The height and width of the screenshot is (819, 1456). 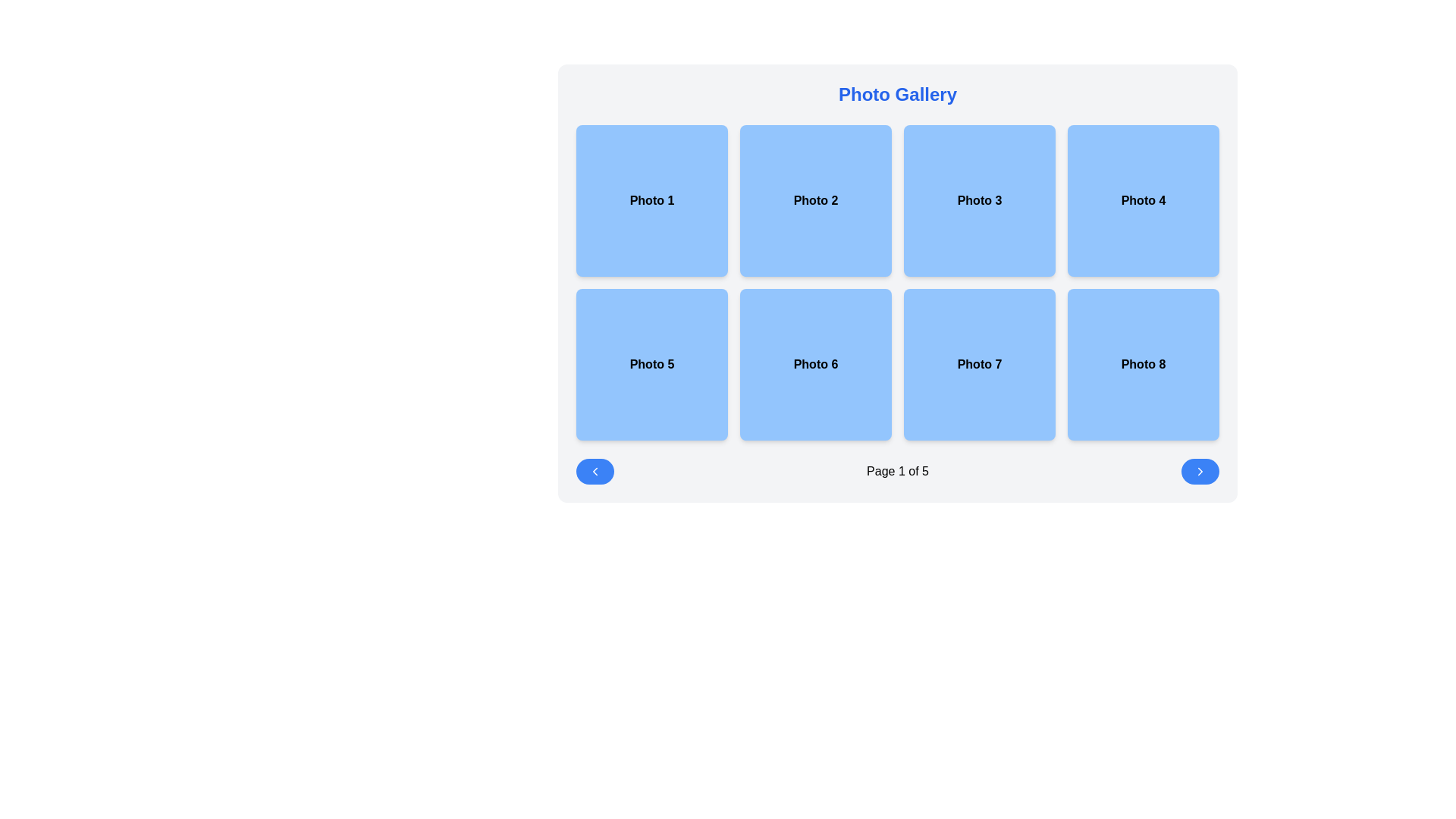 What do you see at coordinates (979, 365) in the screenshot?
I see `the static label or button labeled 'Photo 7', which is a blue square-shaped element with rounded corners and centered black text` at bounding box center [979, 365].